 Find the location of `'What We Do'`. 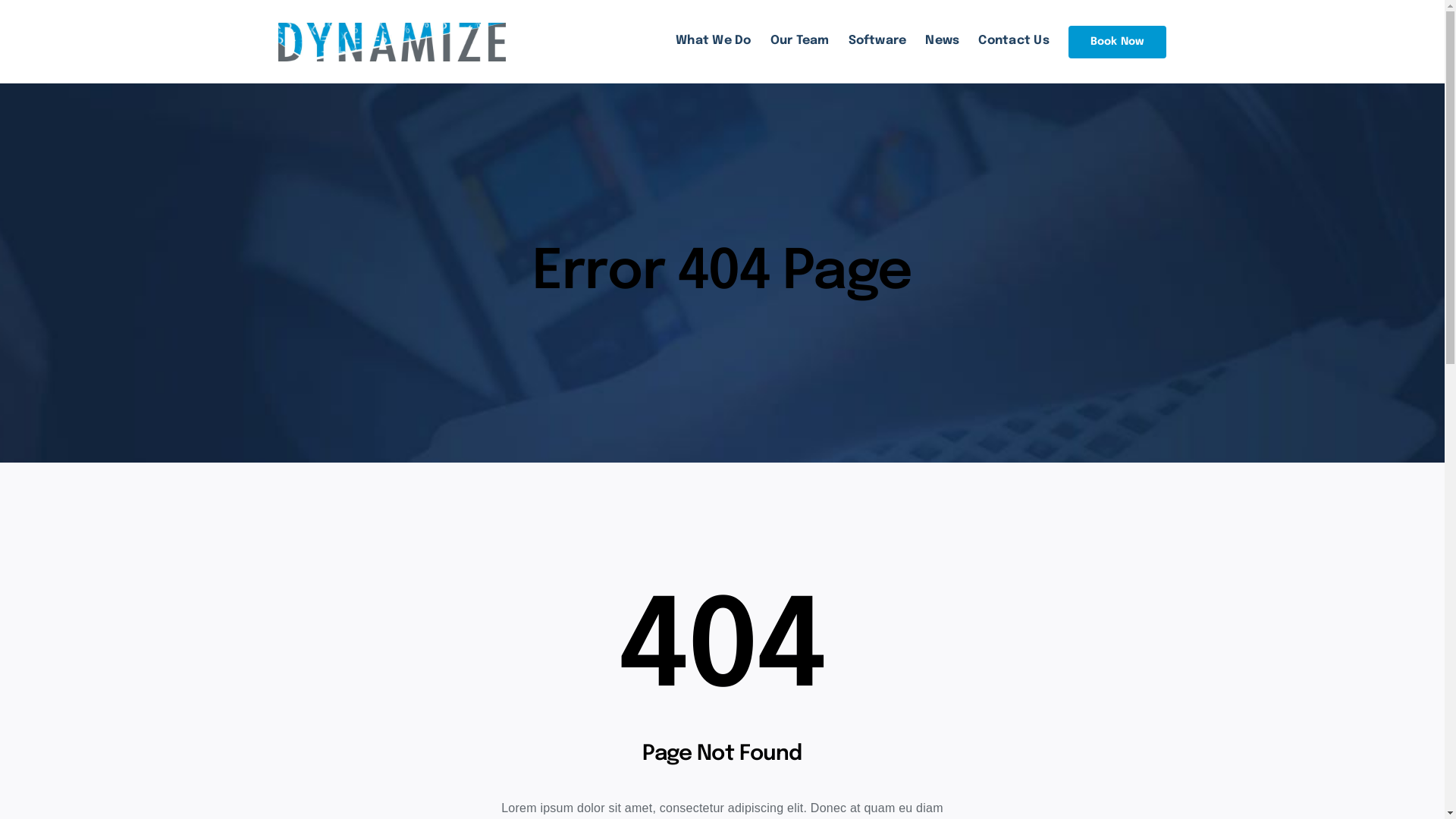

'What We Do' is located at coordinates (712, 40).